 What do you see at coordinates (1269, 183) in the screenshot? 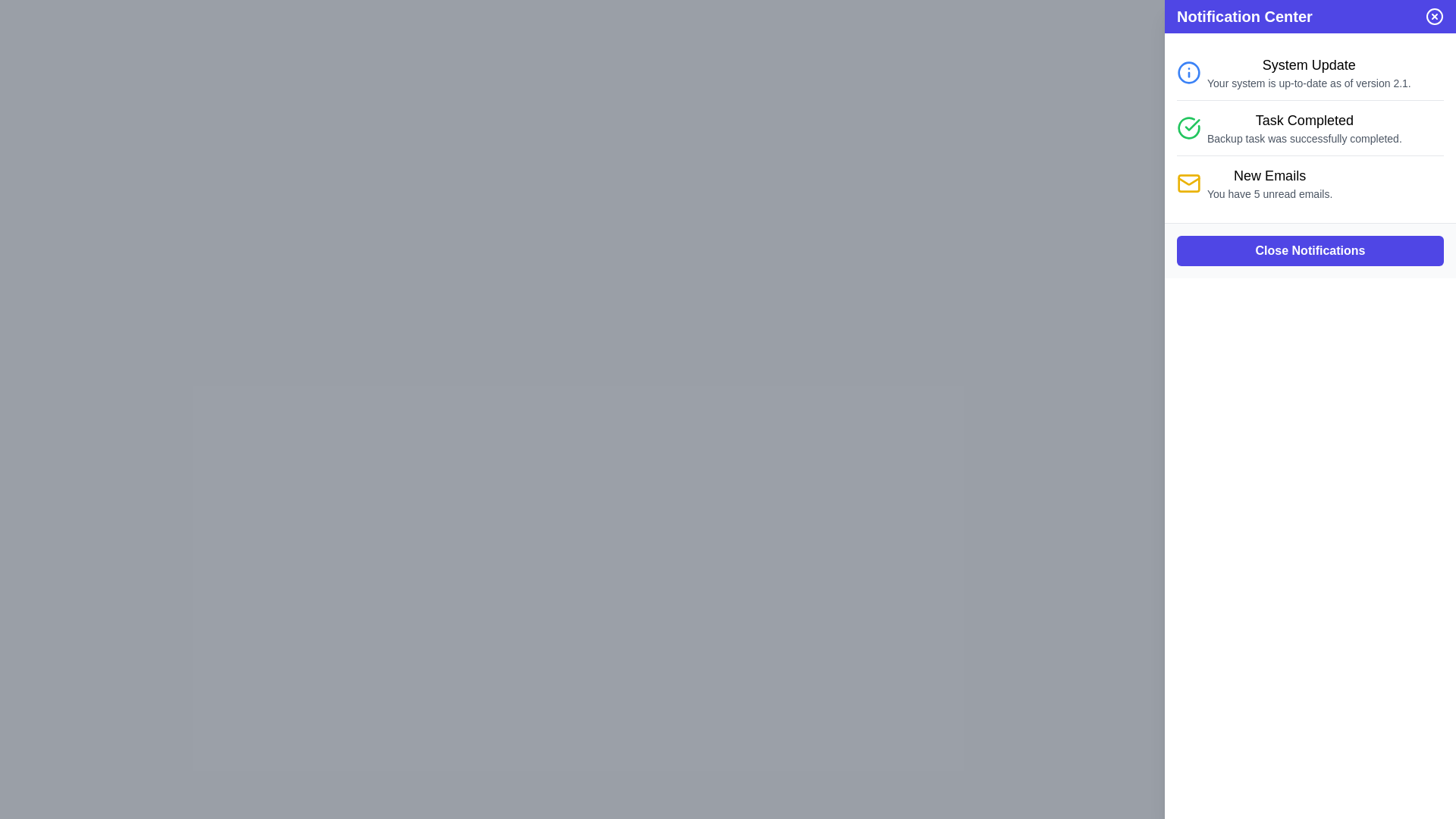
I see `the Text Display element that shows the count of unread emails, indicating interactive functionality` at bounding box center [1269, 183].